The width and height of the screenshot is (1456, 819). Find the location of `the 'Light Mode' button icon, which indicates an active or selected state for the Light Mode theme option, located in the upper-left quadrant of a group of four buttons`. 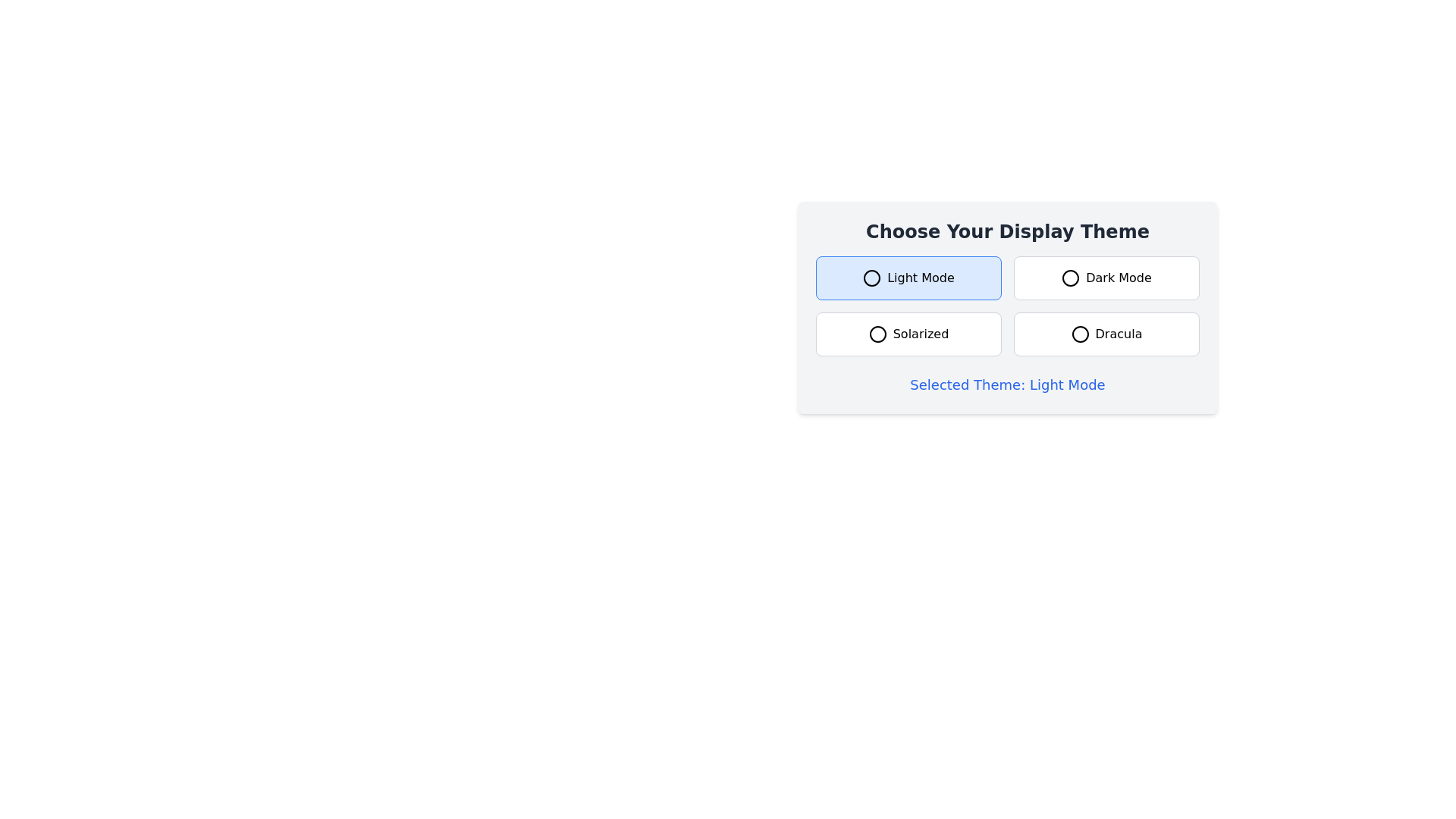

the 'Light Mode' button icon, which indicates an active or selected state for the Light Mode theme option, located in the upper-left quadrant of a group of four buttons is located at coordinates (872, 278).